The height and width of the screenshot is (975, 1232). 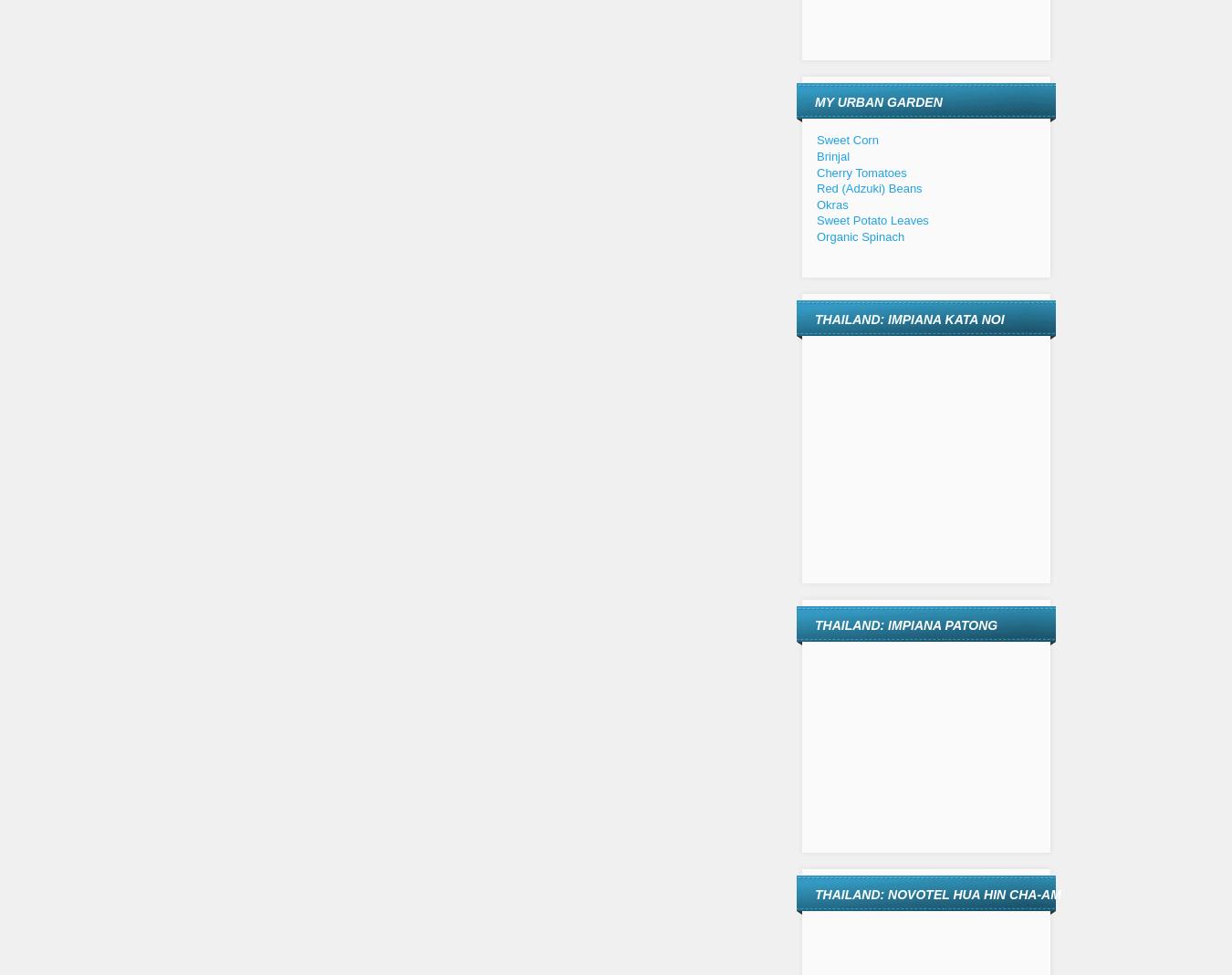 What do you see at coordinates (868, 188) in the screenshot?
I see `'Red (Adzuki) Beans'` at bounding box center [868, 188].